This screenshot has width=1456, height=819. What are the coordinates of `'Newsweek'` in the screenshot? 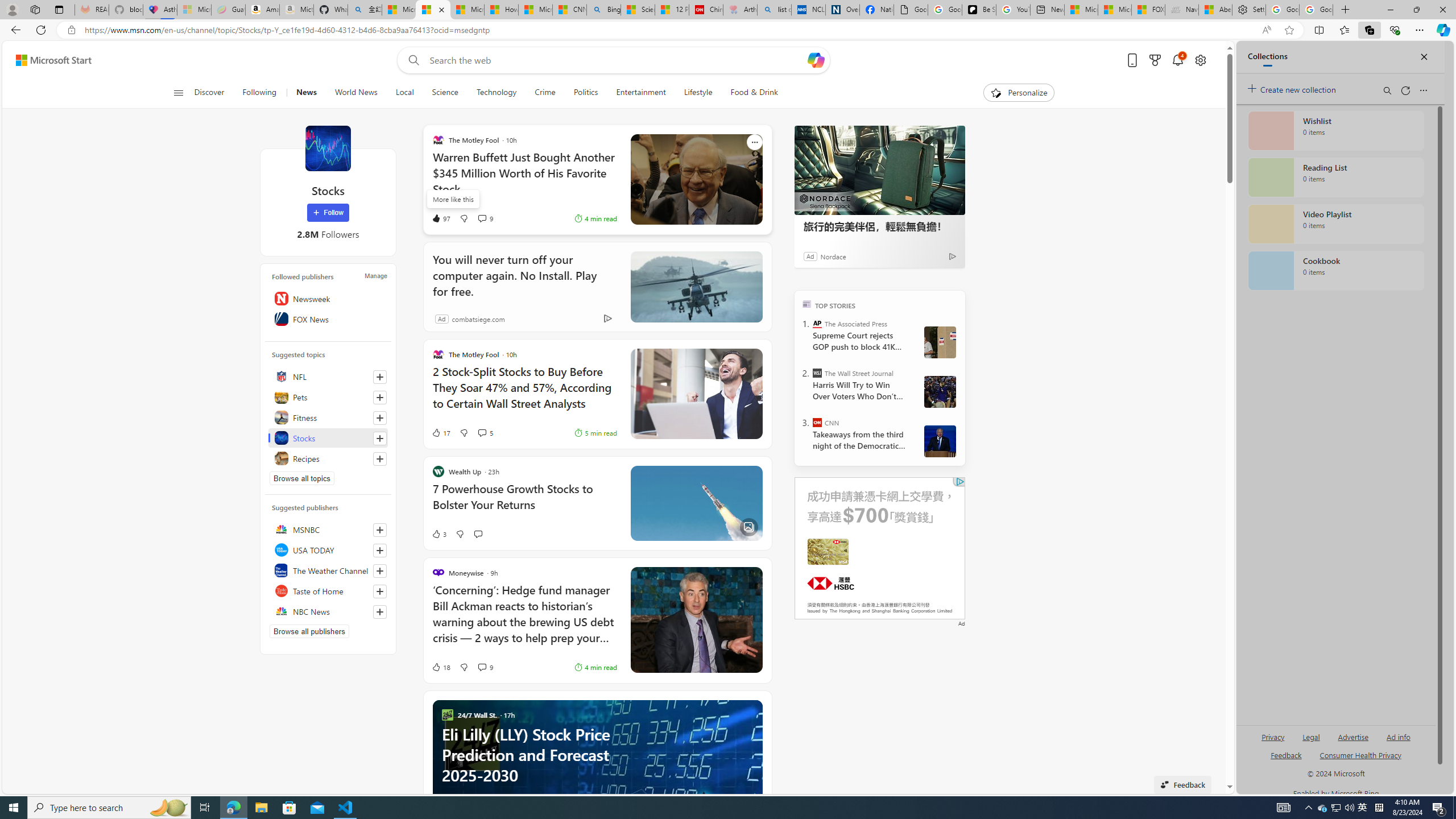 It's located at (327, 298).